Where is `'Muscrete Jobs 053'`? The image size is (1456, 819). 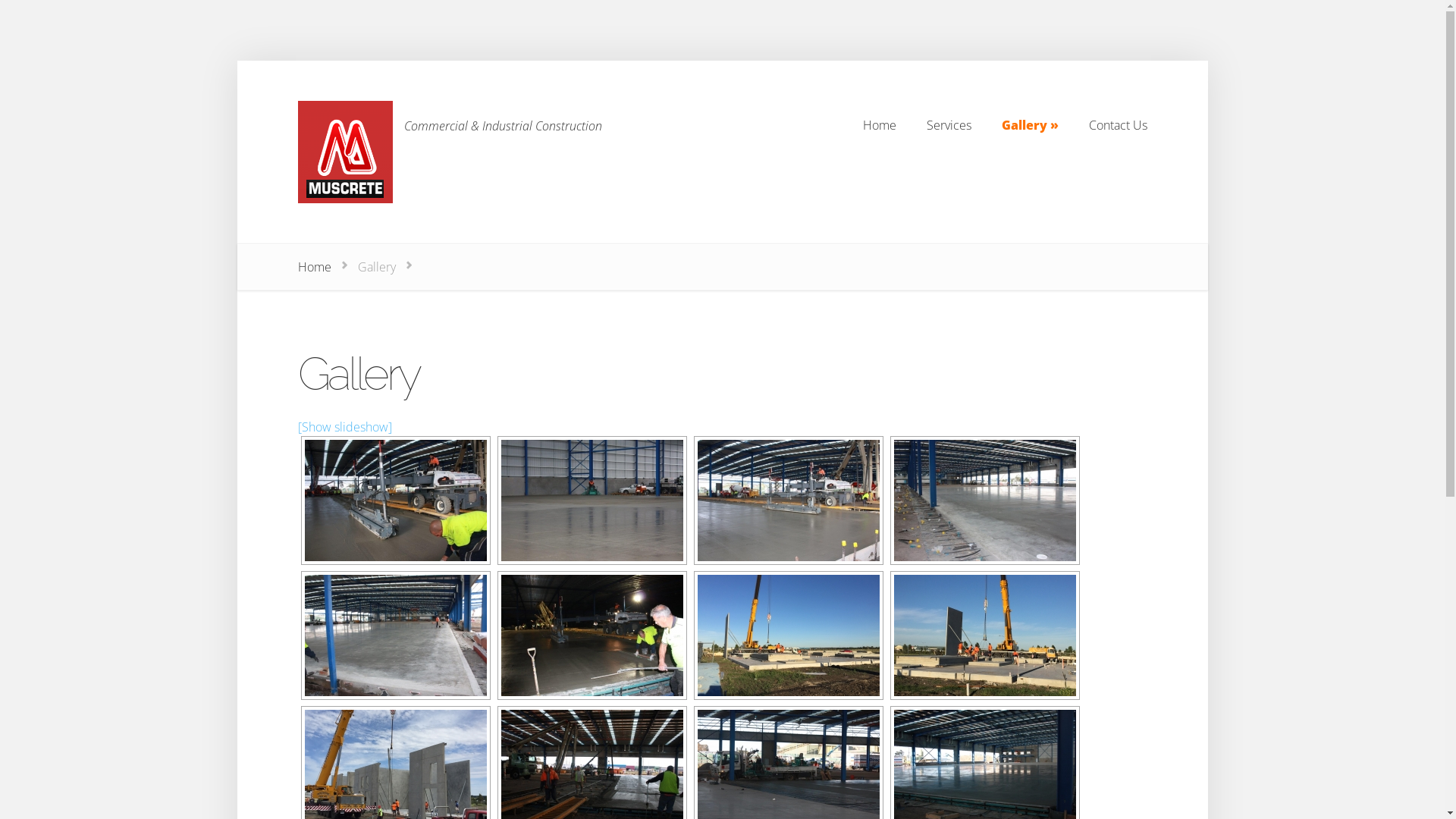
'Muscrete Jobs 053' is located at coordinates (591, 635).